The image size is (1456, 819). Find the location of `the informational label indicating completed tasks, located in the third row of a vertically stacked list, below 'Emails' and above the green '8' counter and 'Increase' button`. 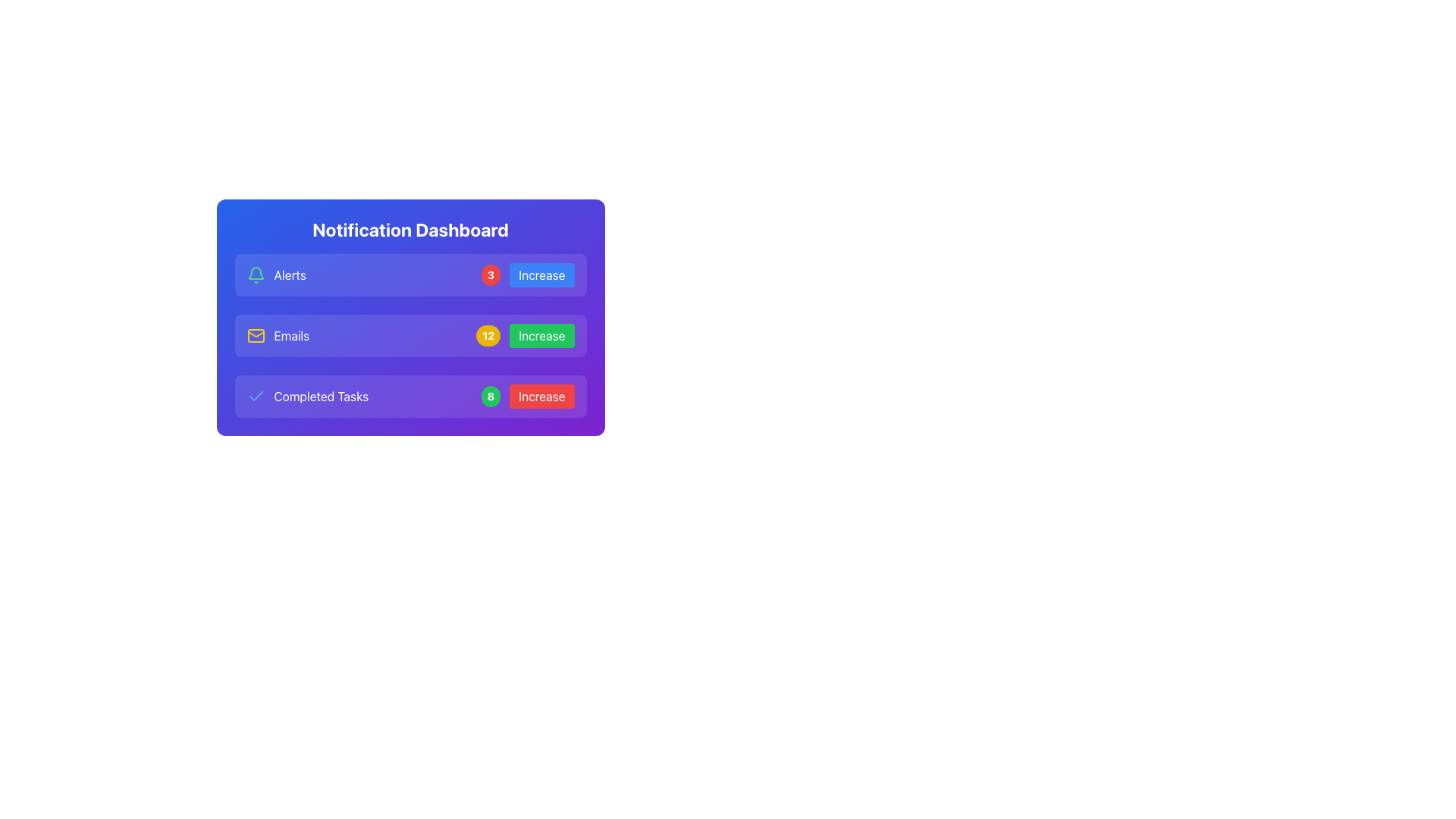

the informational label indicating completed tasks, located in the third row of a vertically stacked list, below 'Emails' and above the green '8' counter and 'Increase' button is located at coordinates (306, 396).